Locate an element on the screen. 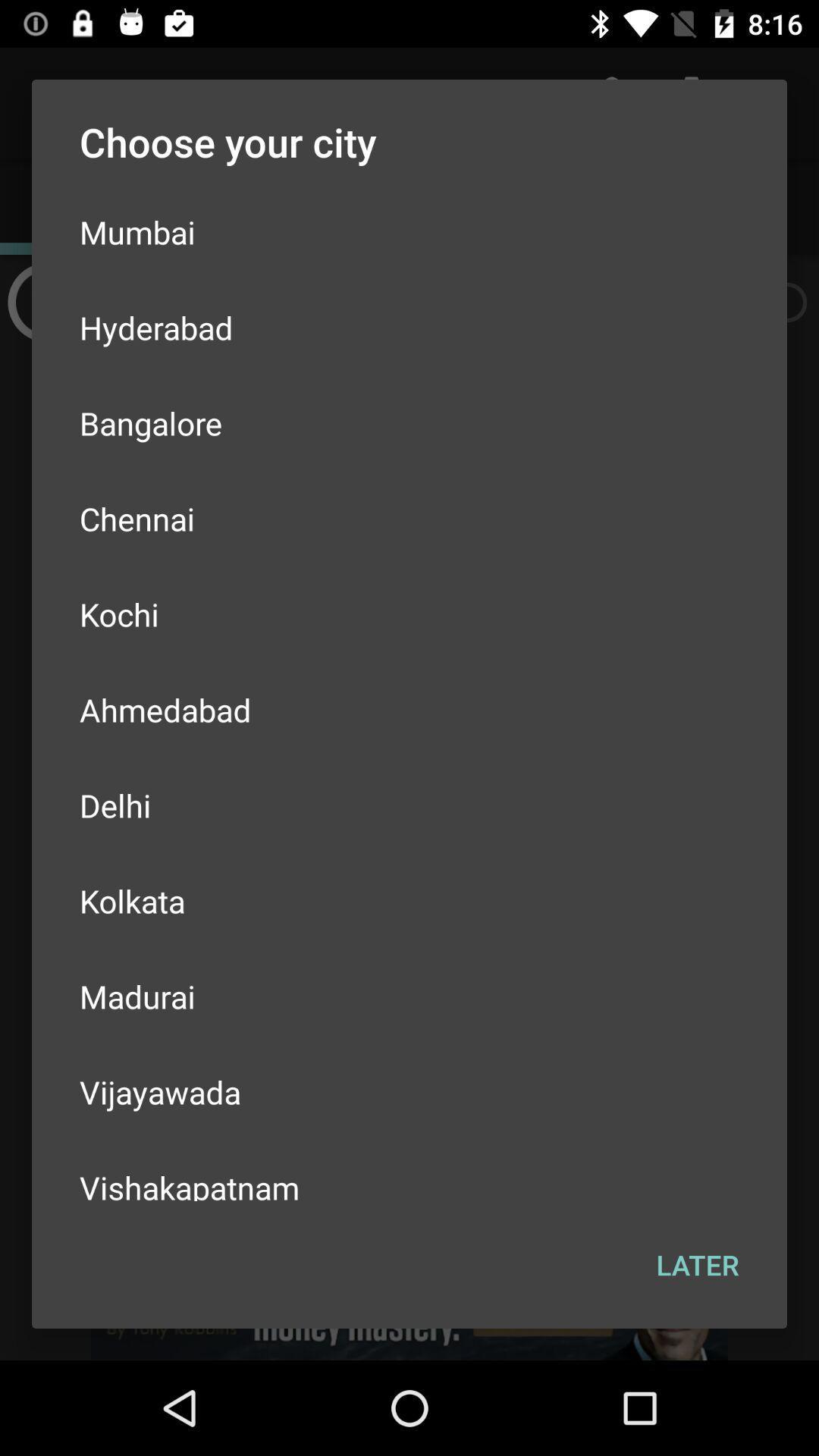 This screenshot has height=1456, width=819. icon below bangalore item is located at coordinates (409, 519).